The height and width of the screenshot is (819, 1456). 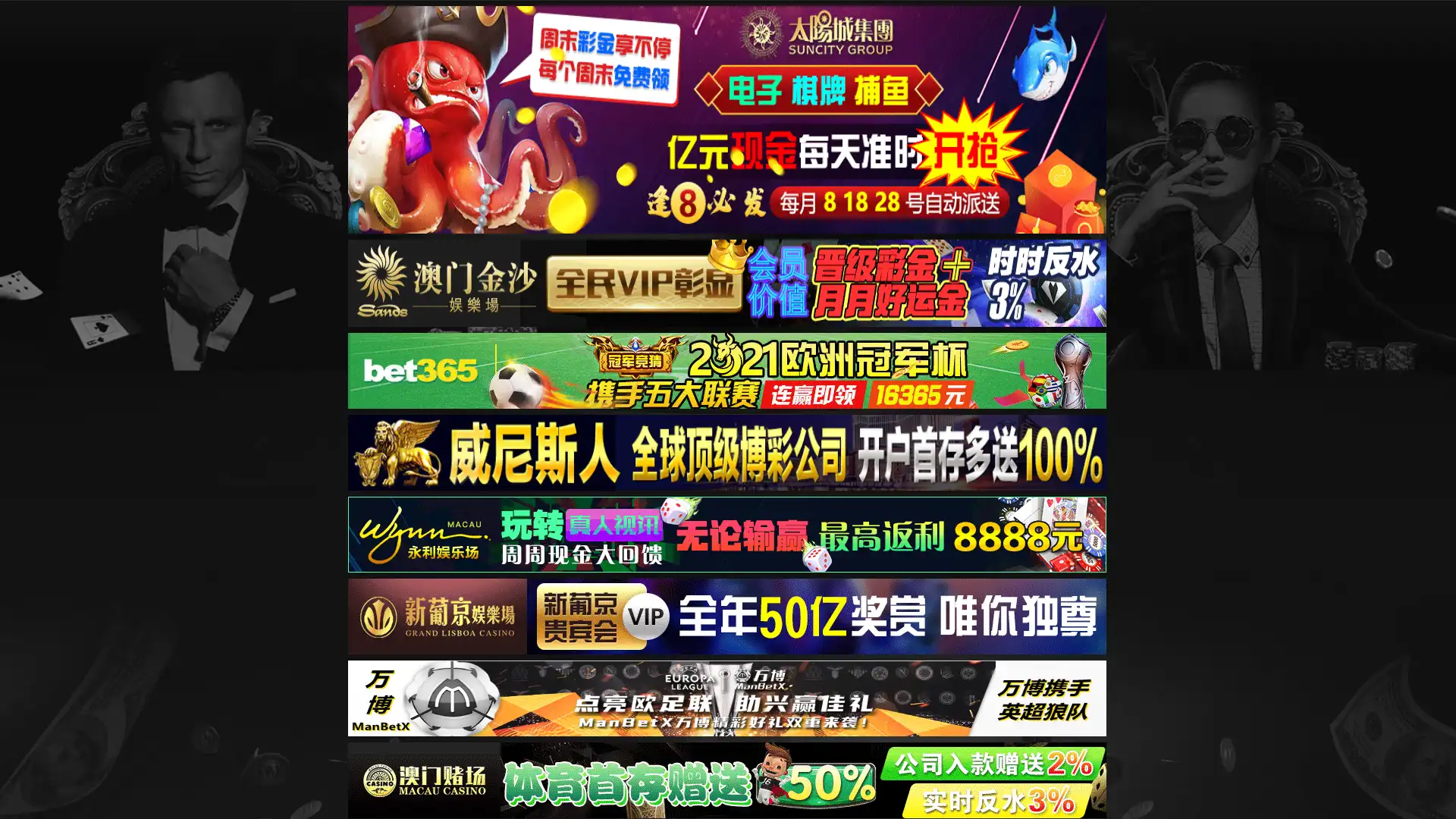 I want to click on Submit, so click(x=1156, y=70).